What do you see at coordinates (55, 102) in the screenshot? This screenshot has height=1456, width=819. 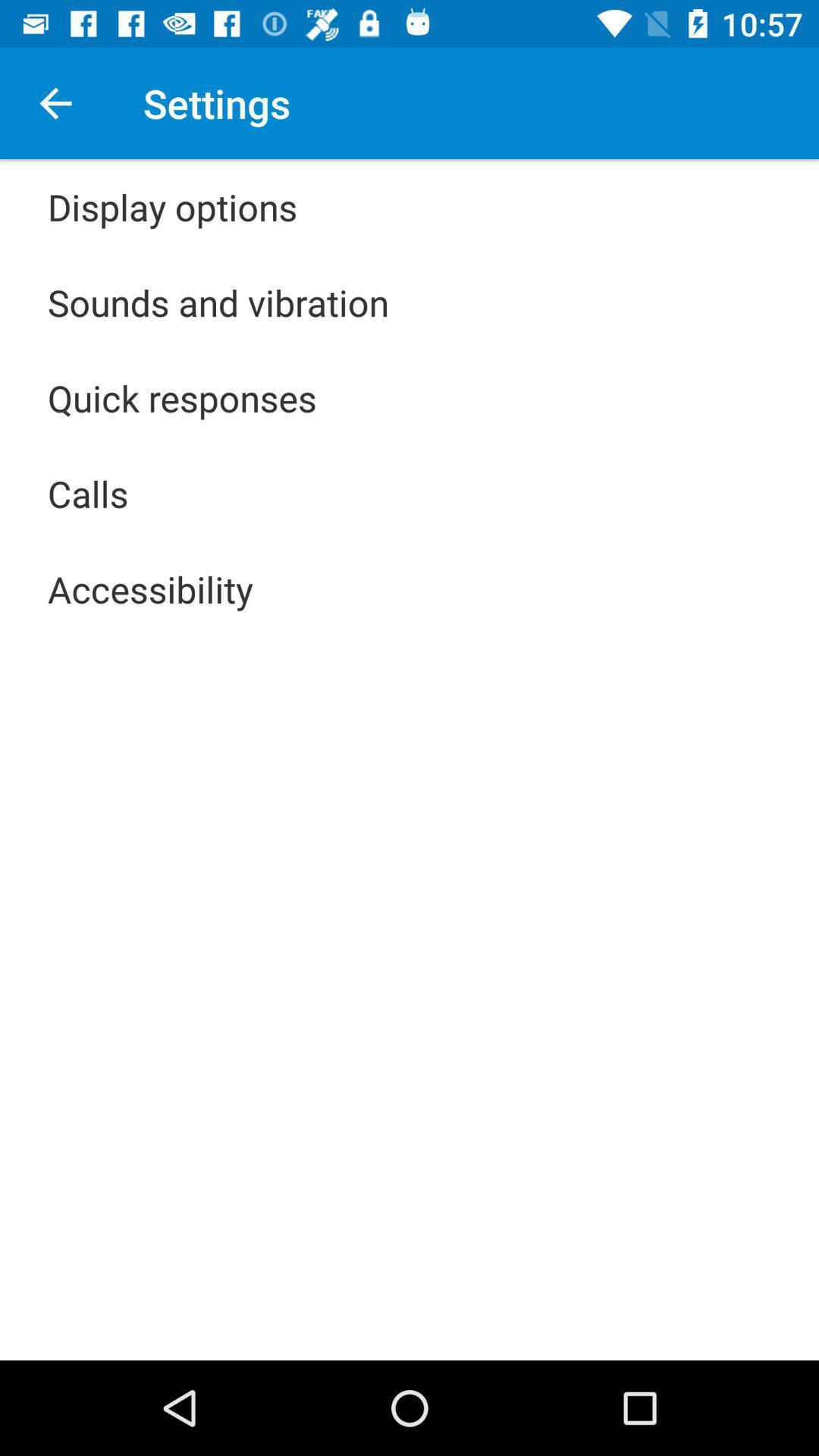 I see `icon above display options item` at bounding box center [55, 102].